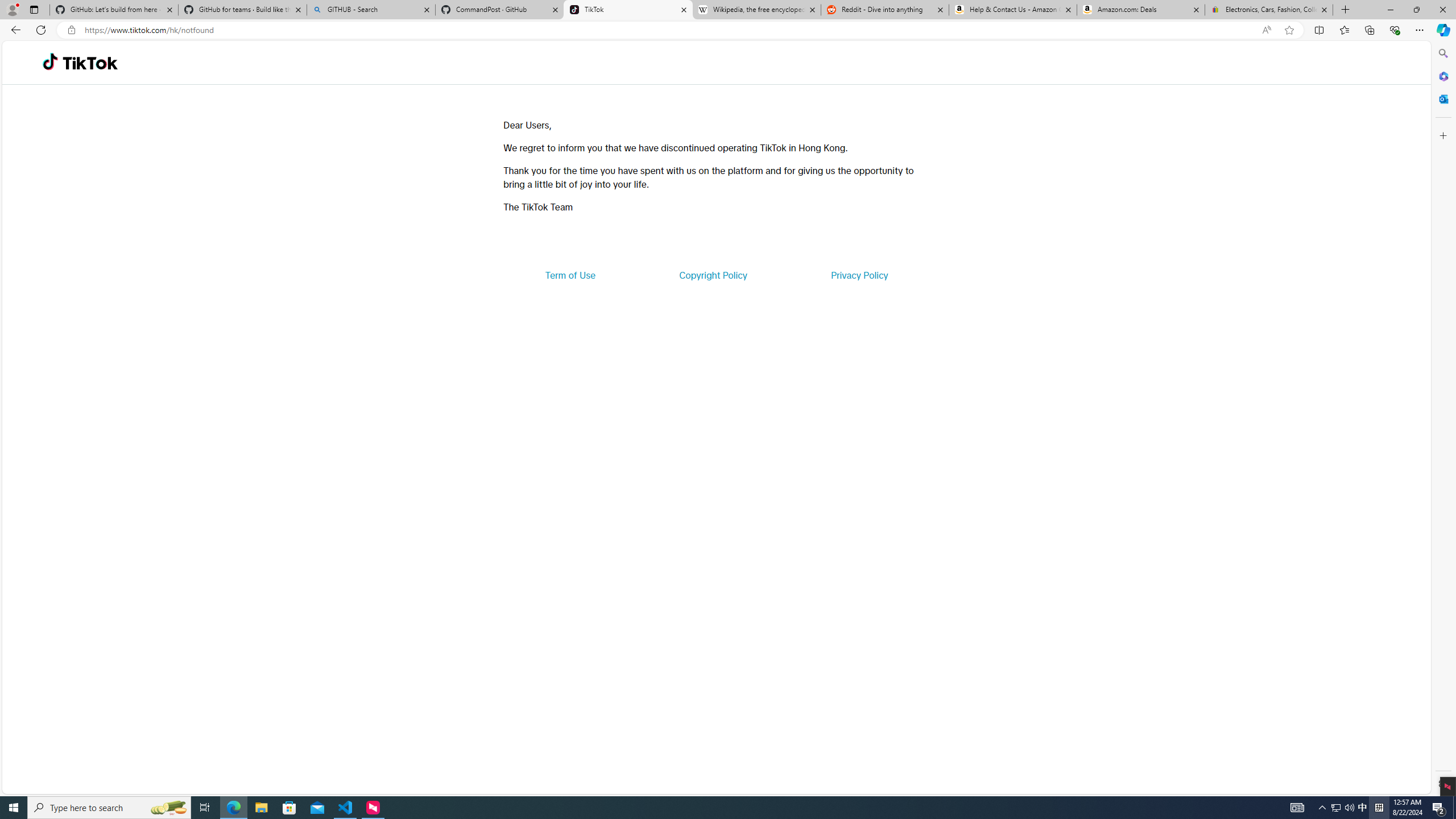 The width and height of the screenshot is (1456, 819). What do you see at coordinates (570, 274) in the screenshot?
I see `'Term of Use'` at bounding box center [570, 274].